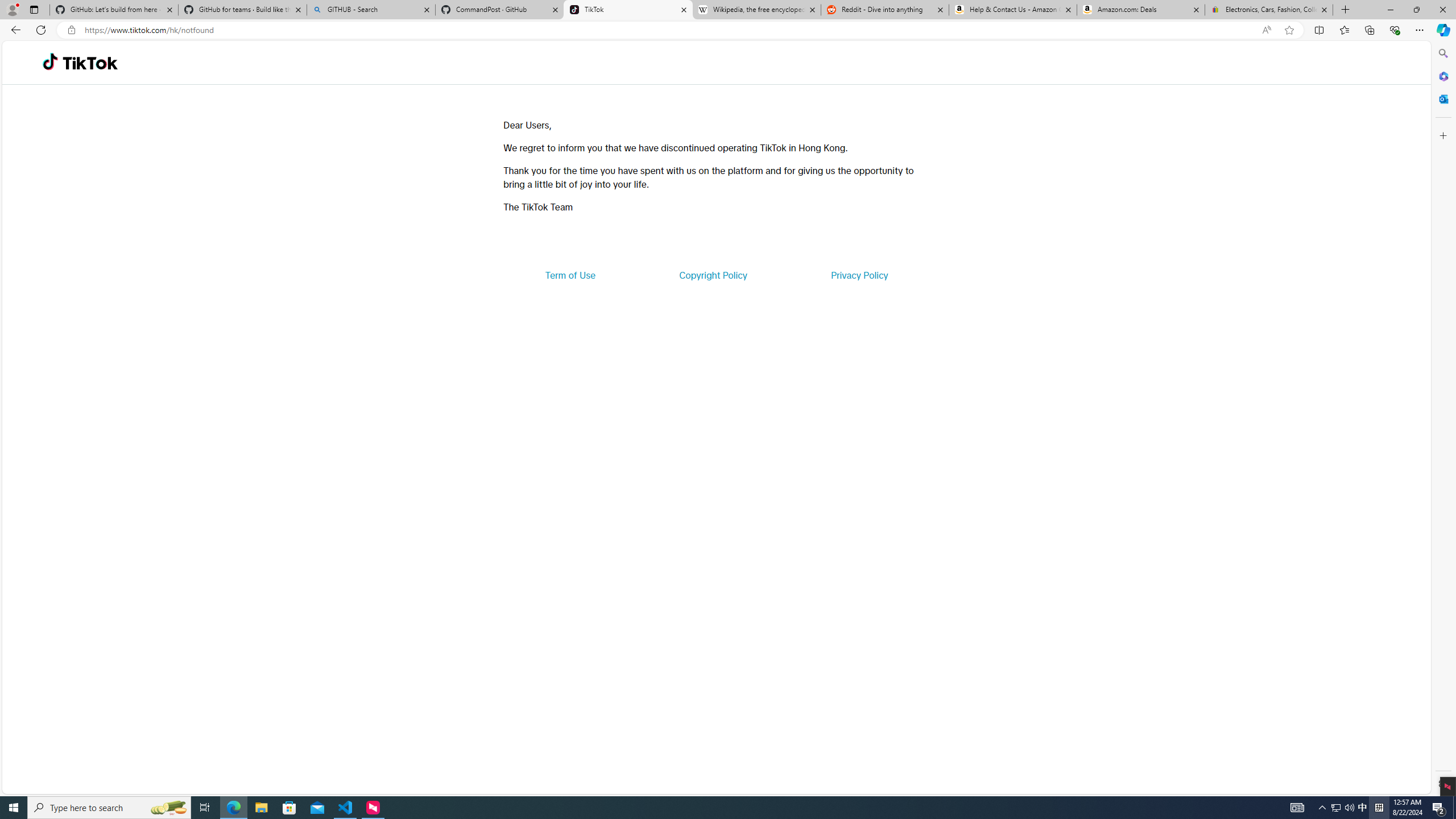 The width and height of the screenshot is (1456, 819). What do you see at coordinates (570, 274) in the screenshot?
I see `'Term of Use'` at bounding box center [570, 274].